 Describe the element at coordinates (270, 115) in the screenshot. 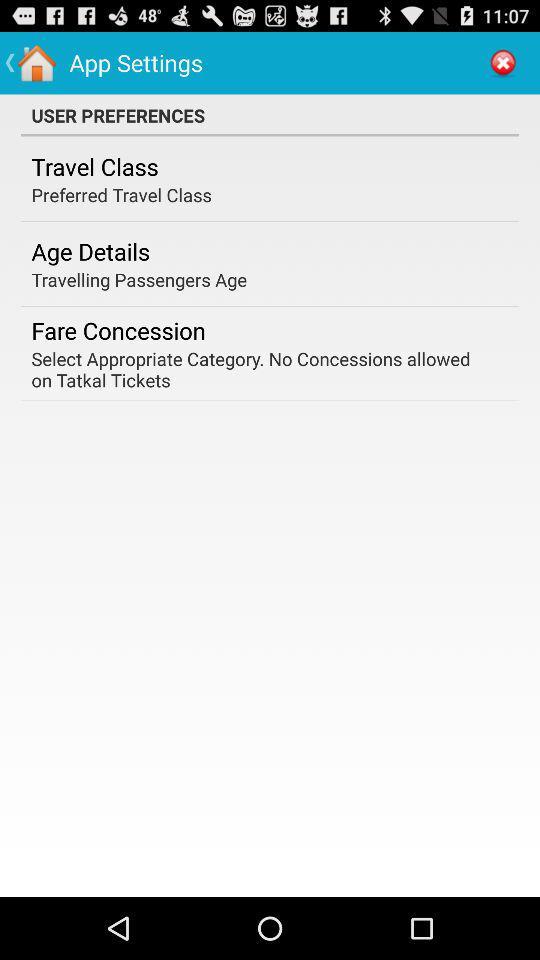

I see `user preferences item` at that location.